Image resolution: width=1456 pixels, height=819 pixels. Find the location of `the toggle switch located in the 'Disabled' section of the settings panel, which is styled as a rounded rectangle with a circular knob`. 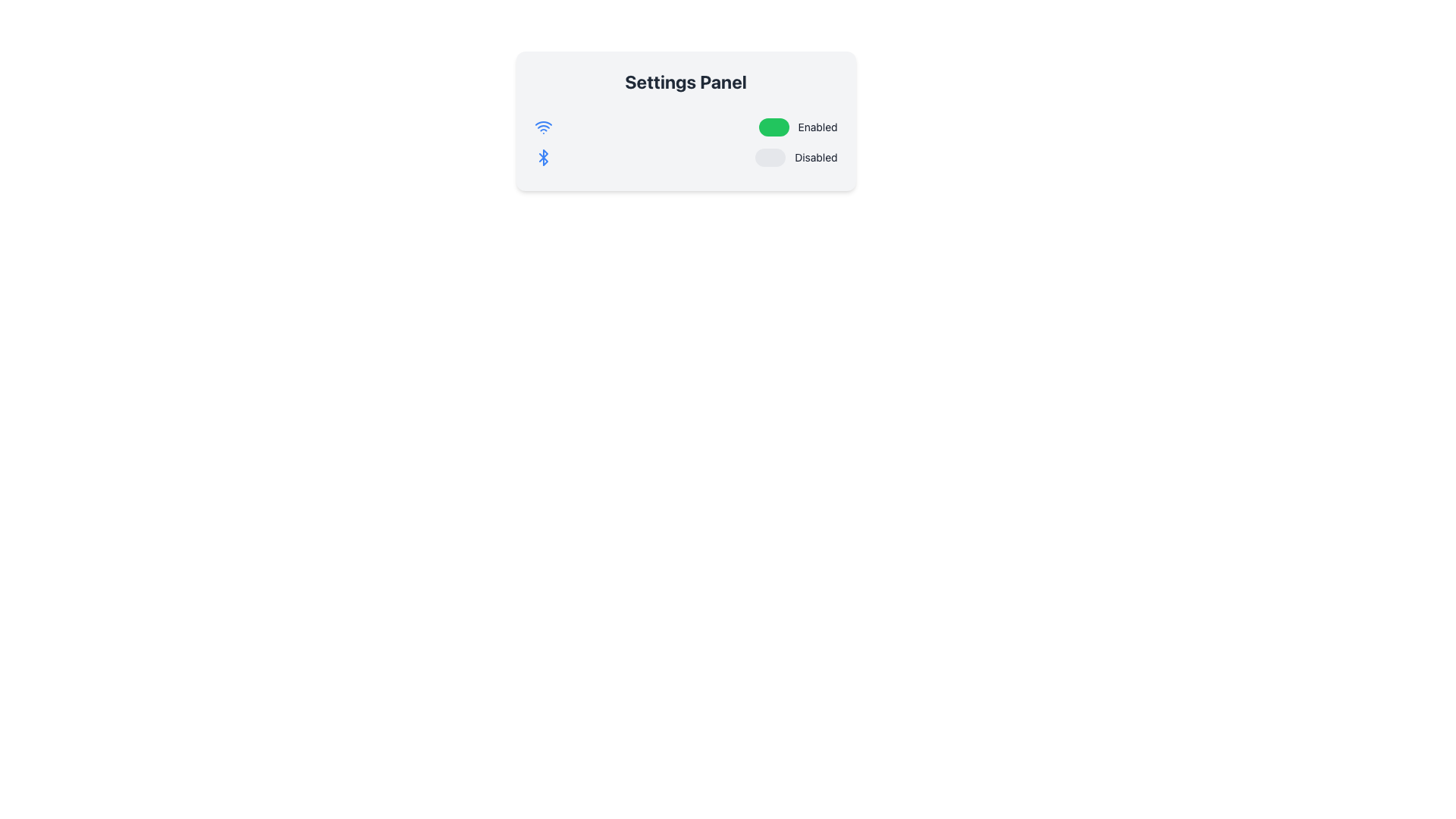

the toggle switch located in the 'Disabled' section of the settings panel, which is styled as a rounded rectangle with a circular knob is located at coordinates (770, 158).